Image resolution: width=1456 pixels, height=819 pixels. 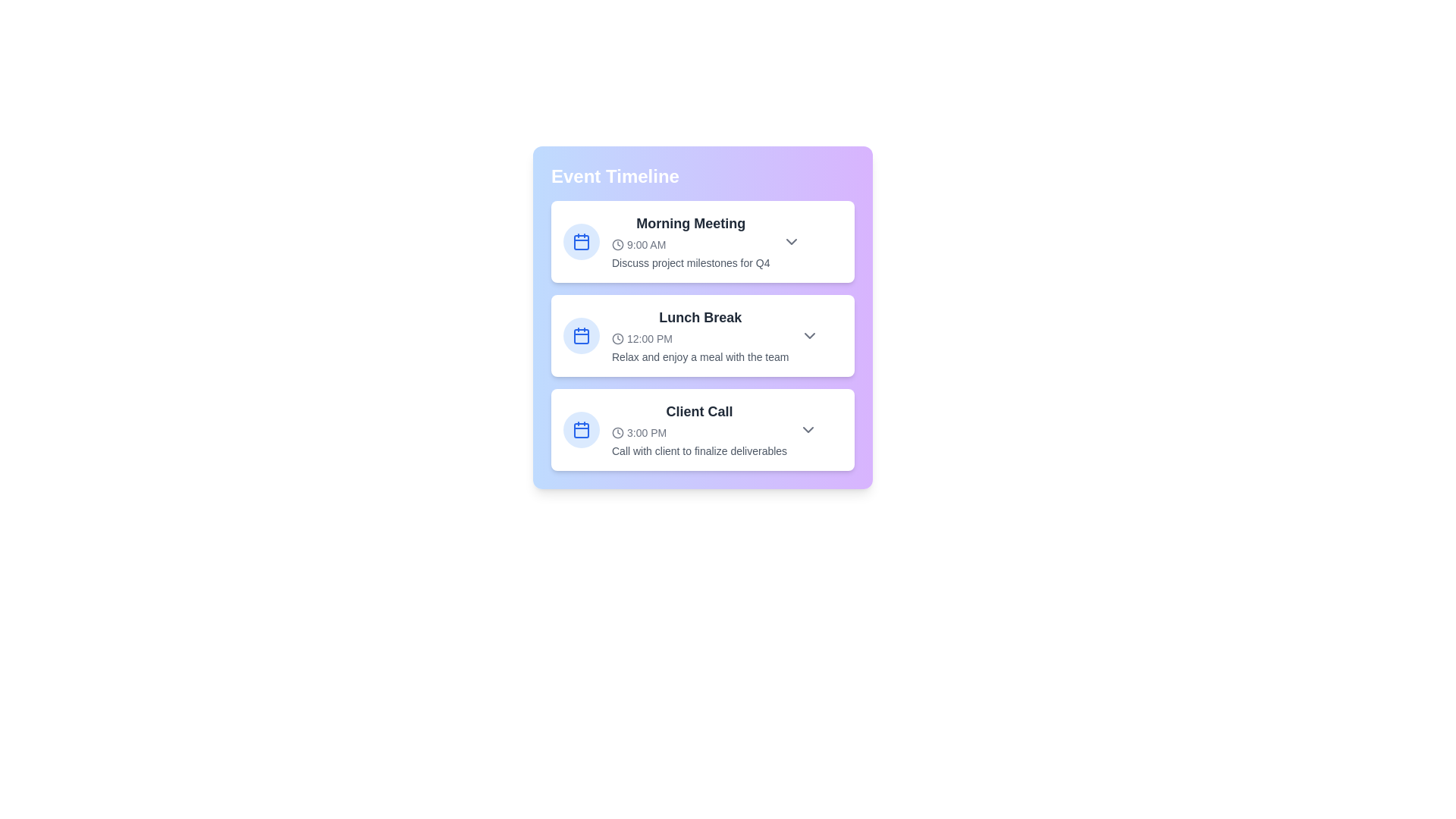 I want to click on the icon associated with the event Lunch Break to inspect its details, so click(x=581, y=335).